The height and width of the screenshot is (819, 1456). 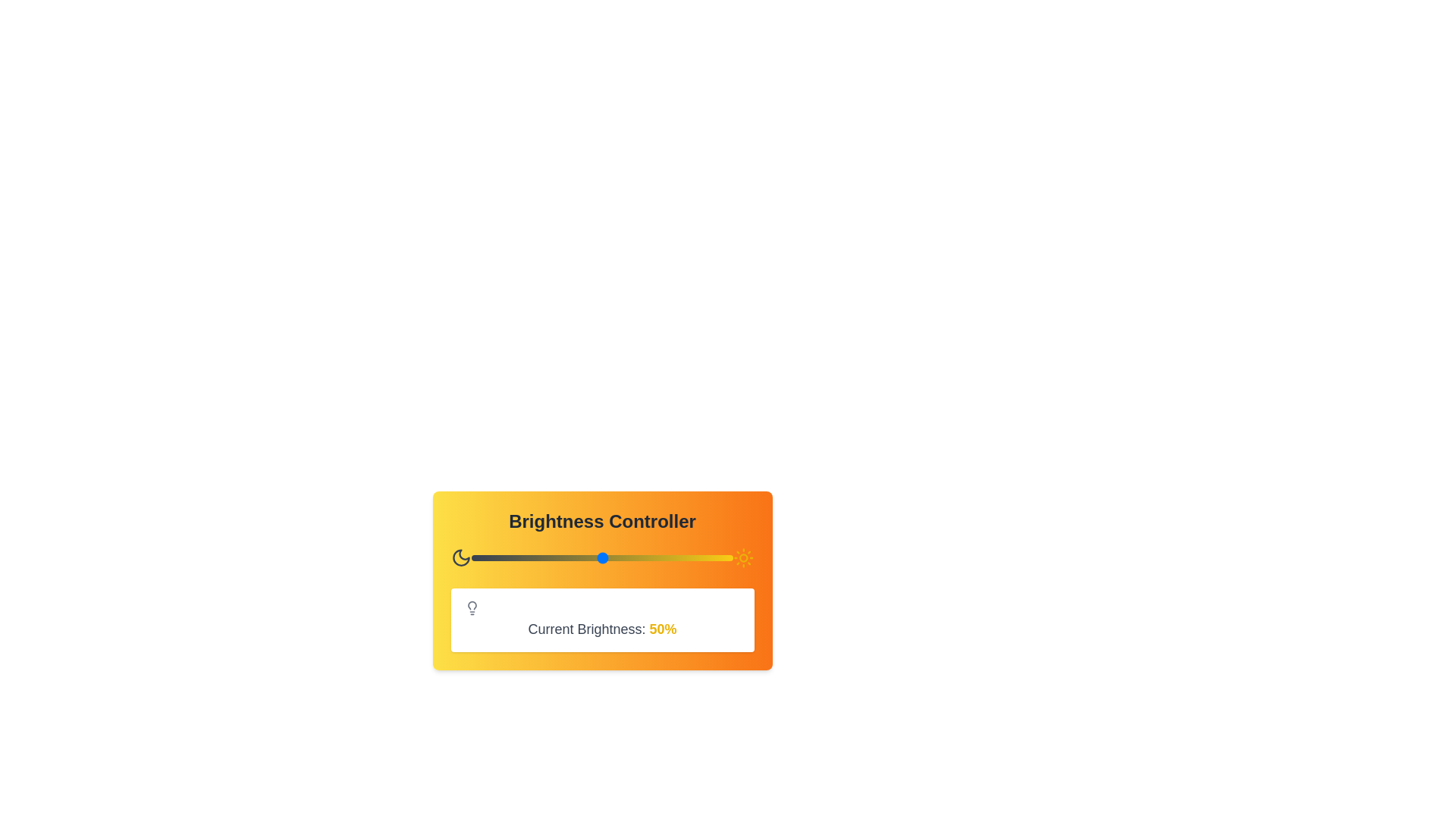 I want to click on the brightness level to 96% by interacting with the slider, so click(x=722, y=558).